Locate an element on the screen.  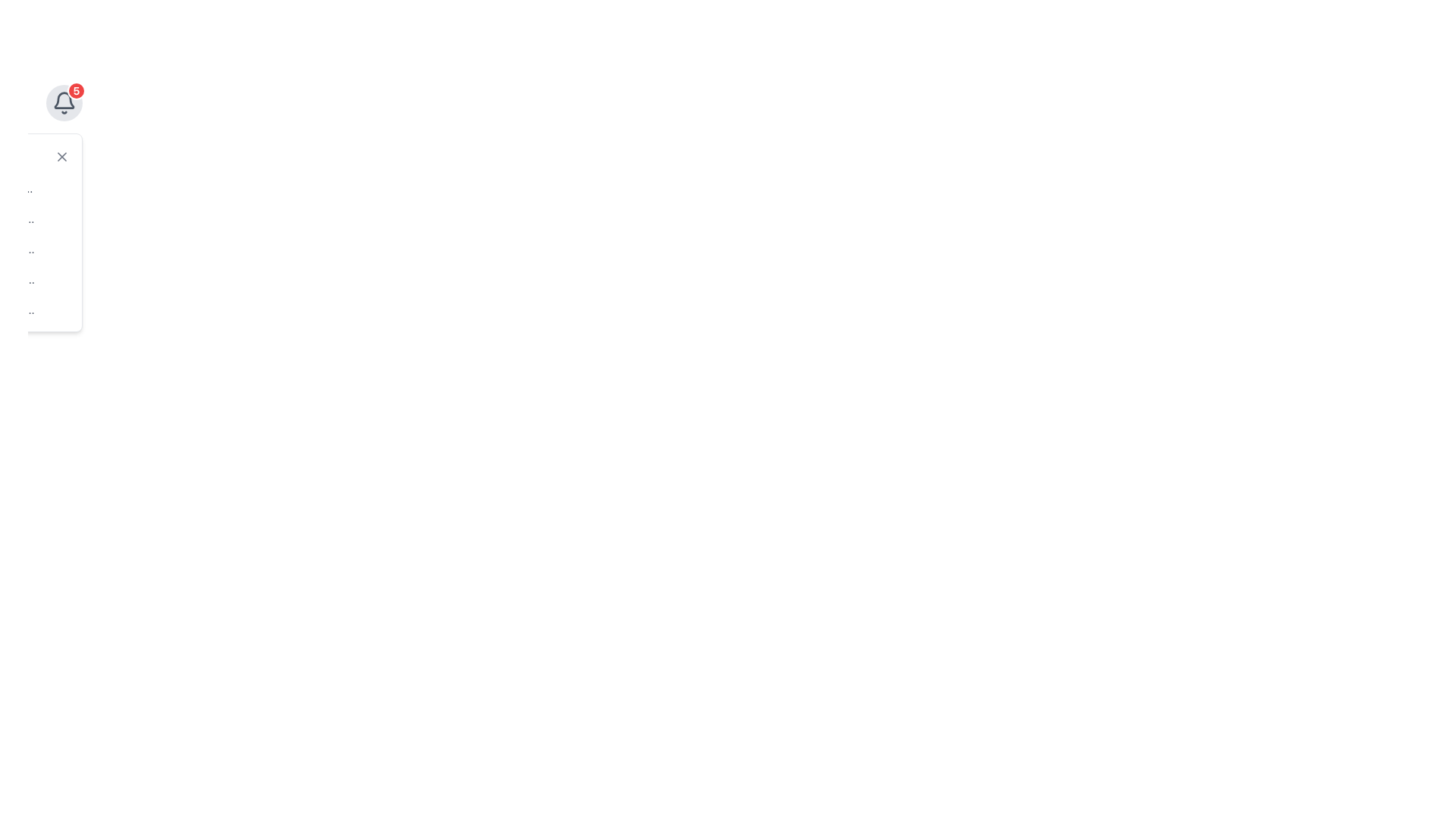
the bell icon located in a circular button at the top-left corner of the interface, which has a red badge indicating 5 notifications is located at coordinates (64, 102).